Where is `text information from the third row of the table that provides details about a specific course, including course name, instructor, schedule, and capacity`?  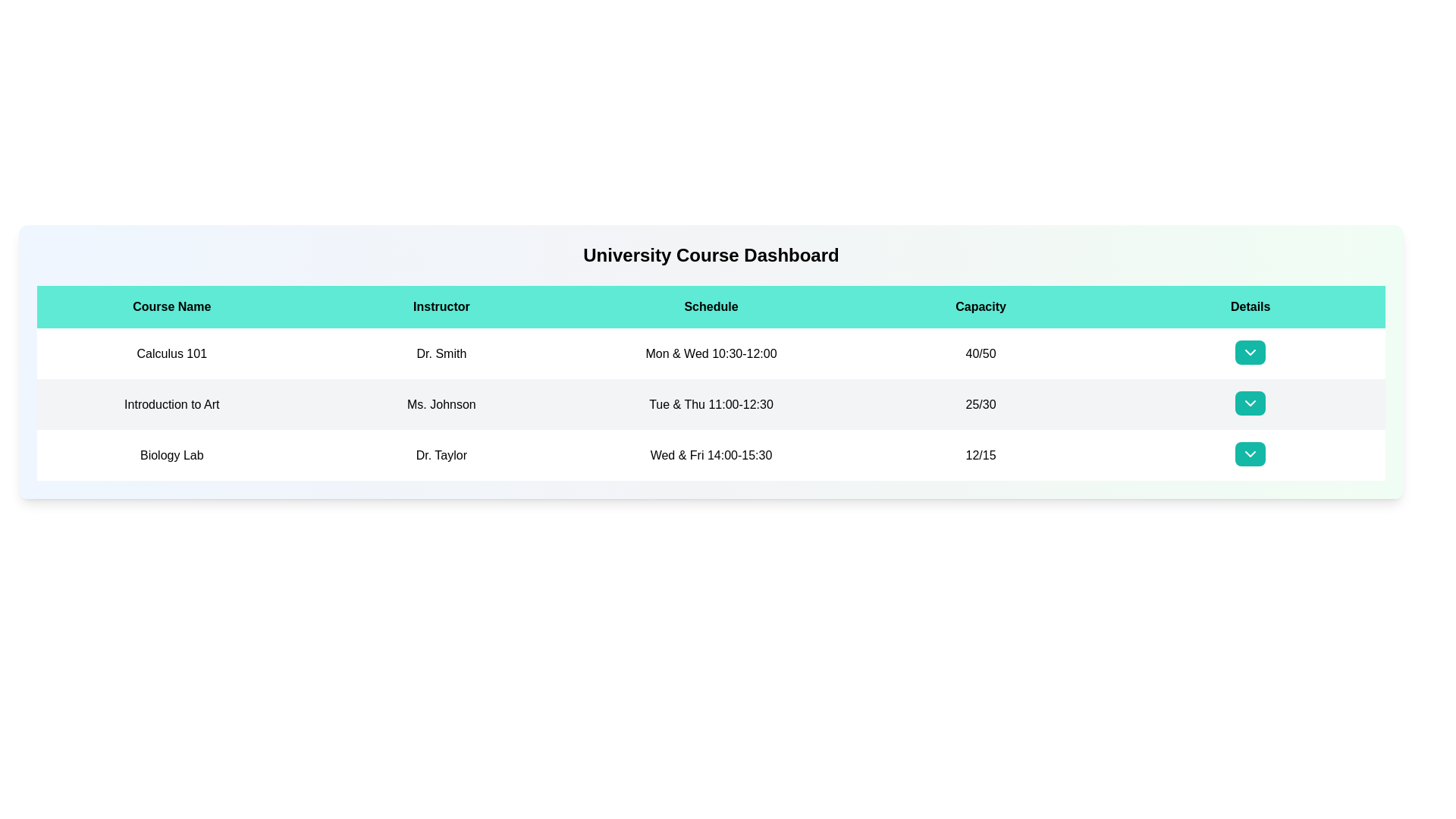
text information from the third row of the table that provides details about a specific course, including course name, instructor, schedule, and capacity is located at coordinates (710, 454).